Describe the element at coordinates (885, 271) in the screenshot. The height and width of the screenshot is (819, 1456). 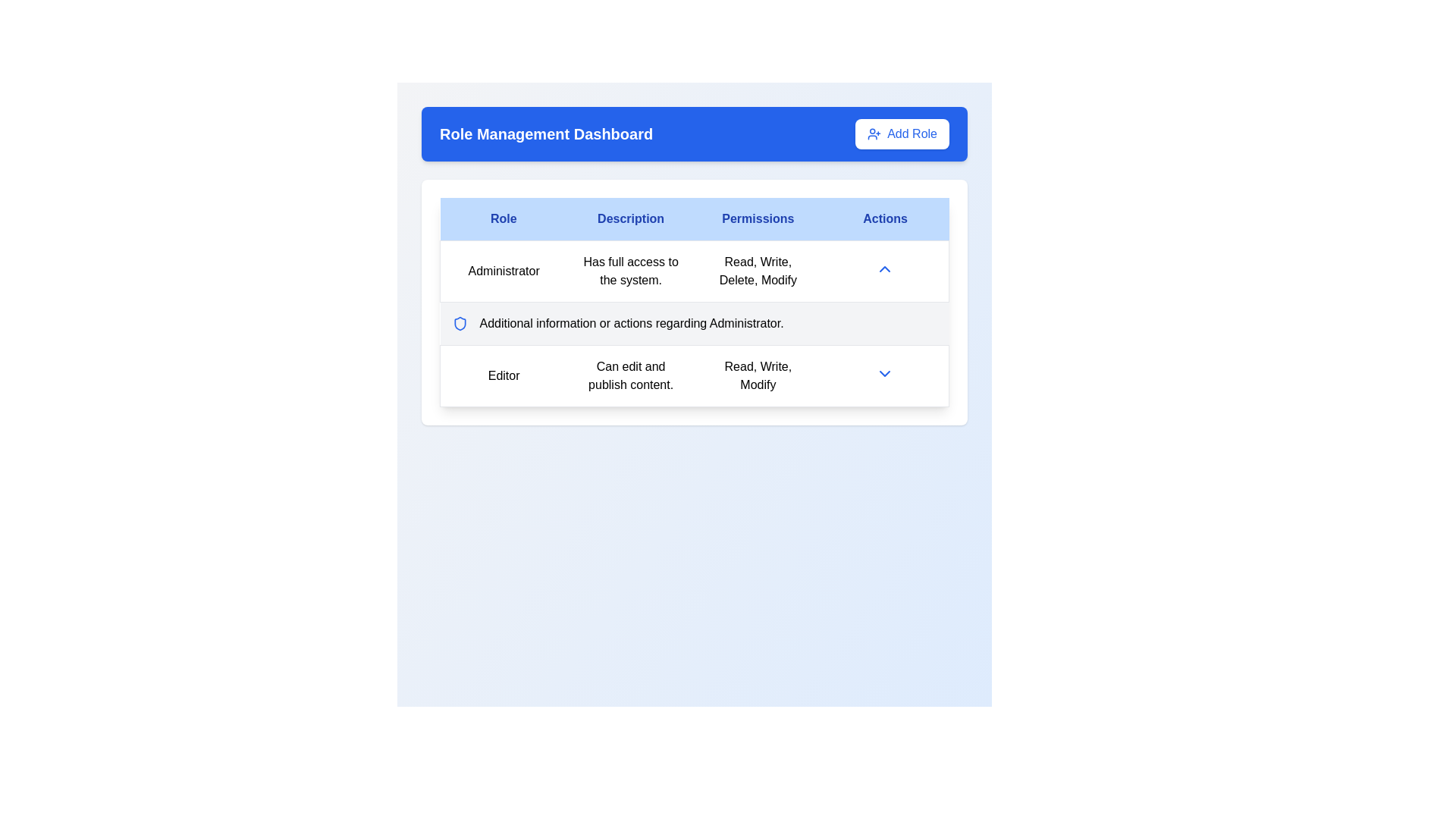
I see `the blue-filled upward arrow toggle indicator located in the 'Actions' column of the first data row for the 'Administrator' role to open the context menu` at that location.